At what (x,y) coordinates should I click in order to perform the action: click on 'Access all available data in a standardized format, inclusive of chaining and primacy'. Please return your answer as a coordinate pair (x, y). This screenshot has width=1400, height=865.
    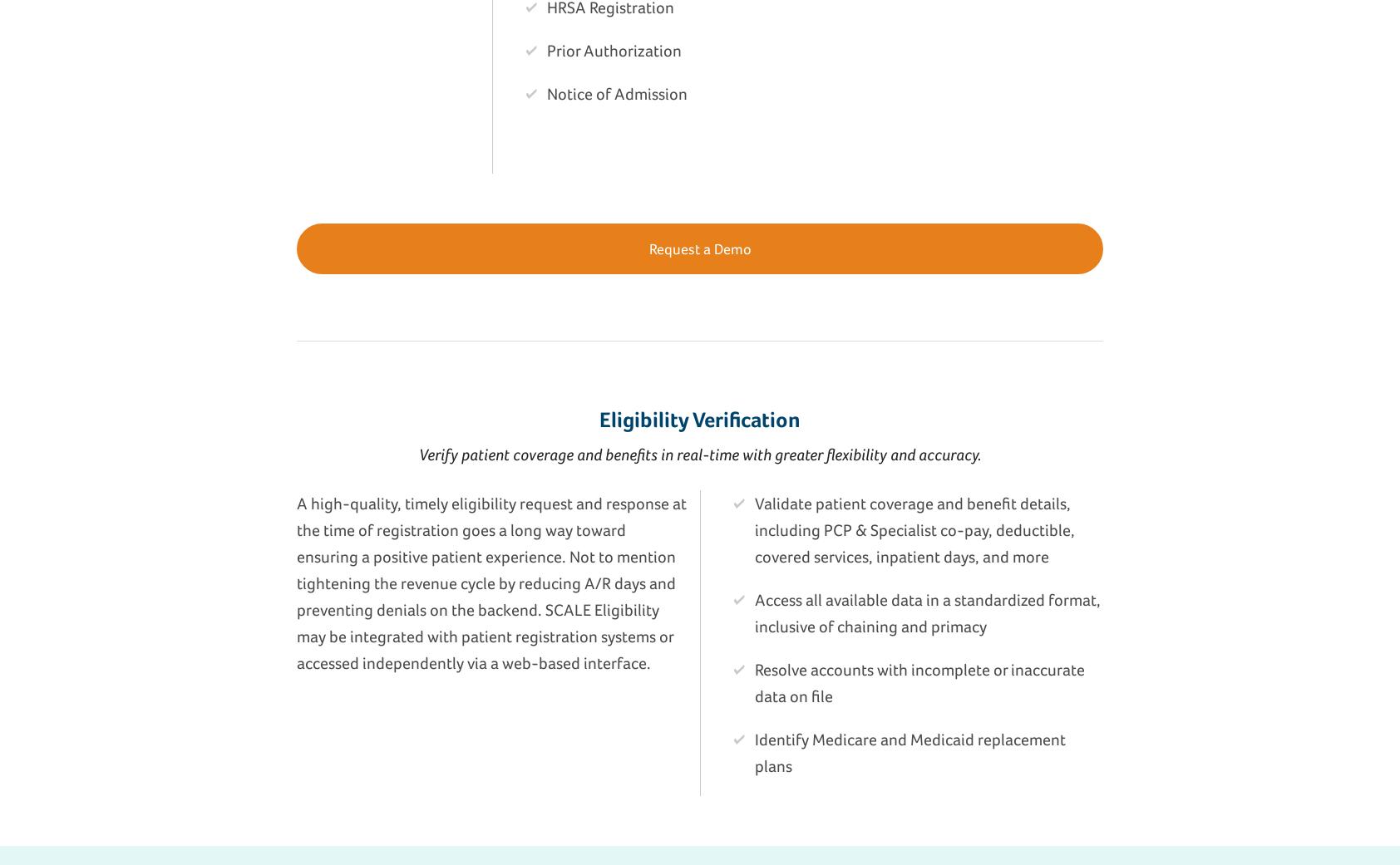
    Looking at the image, I should click on (754, 612).